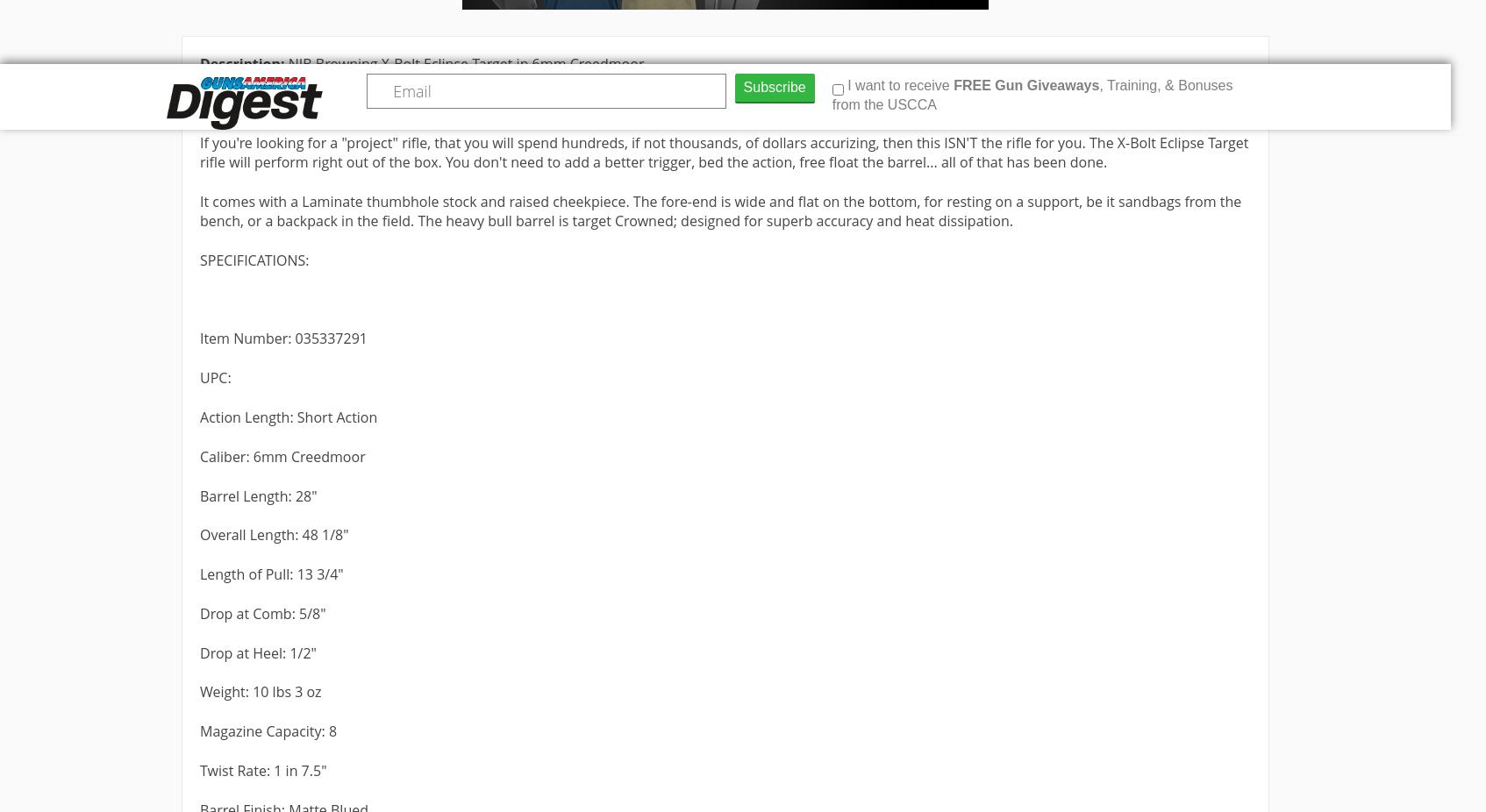  I want to click on 'Twist Rate: 1 in 7.5"', so click(262, 770).